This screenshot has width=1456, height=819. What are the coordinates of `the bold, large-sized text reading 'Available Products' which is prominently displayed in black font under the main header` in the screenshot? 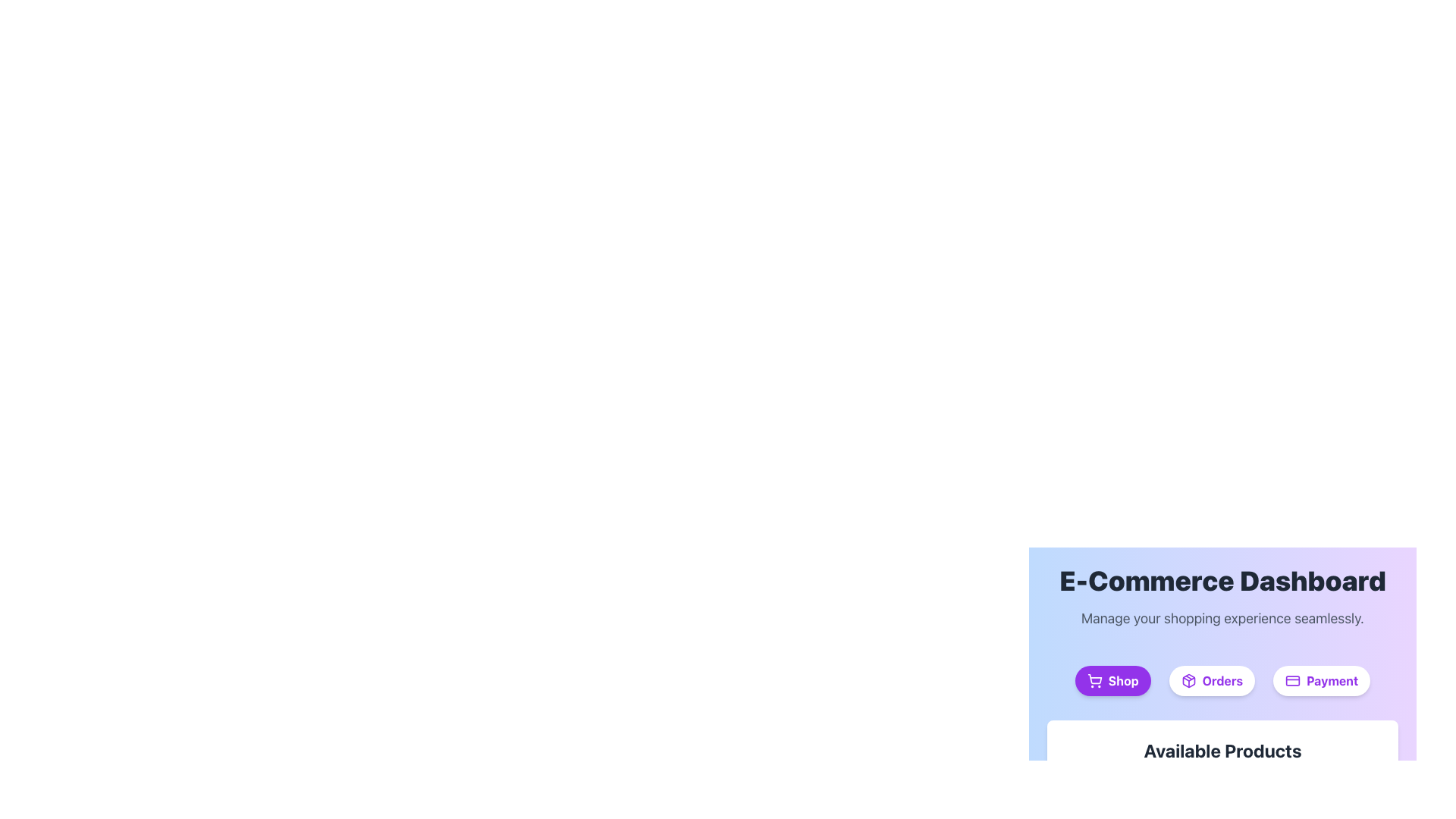 It's located at (1222, 751).